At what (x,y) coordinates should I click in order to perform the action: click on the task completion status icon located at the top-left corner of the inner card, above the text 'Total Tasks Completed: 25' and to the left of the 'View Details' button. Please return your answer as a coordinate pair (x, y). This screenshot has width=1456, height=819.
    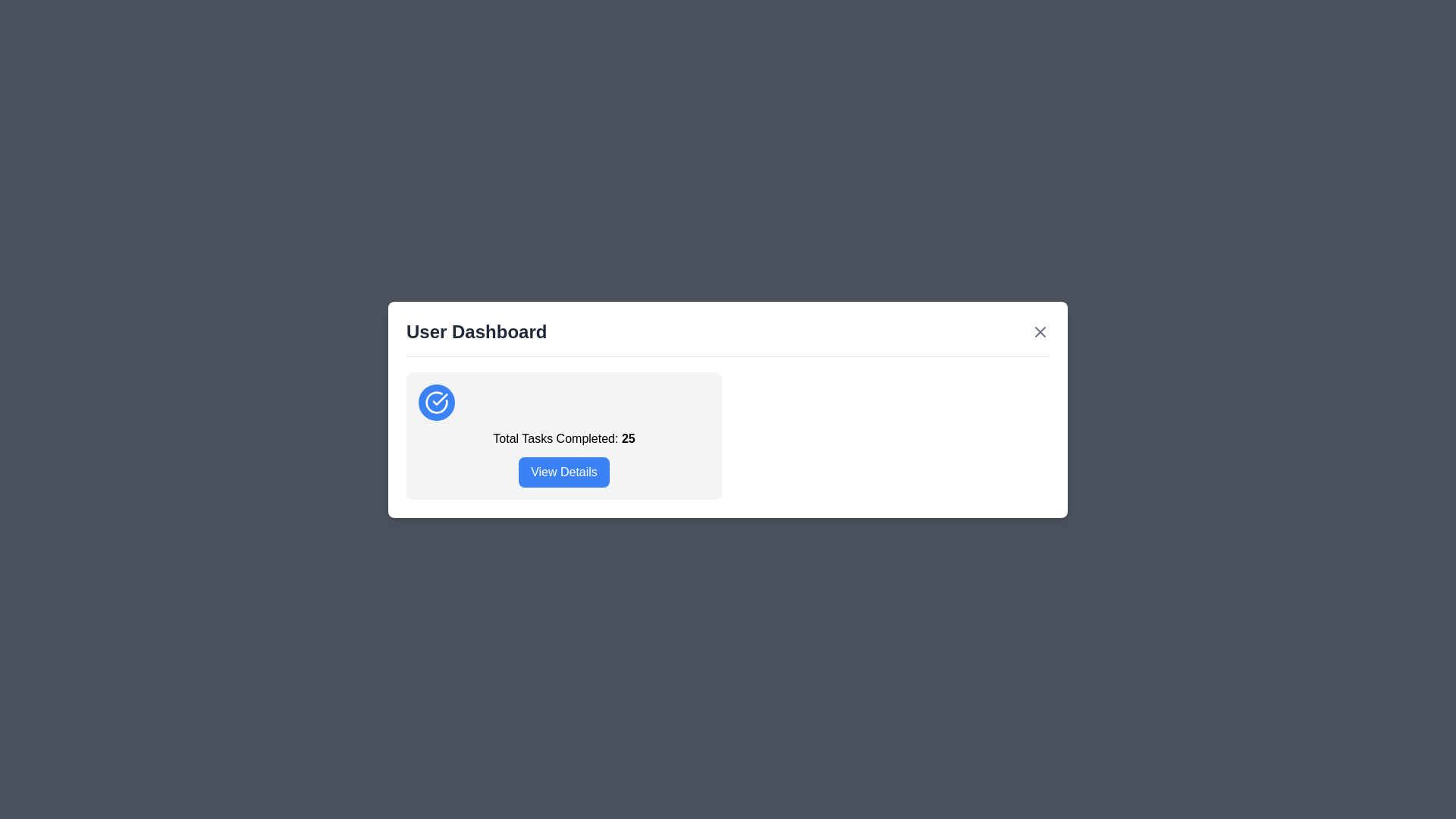
    Looking at the image, I should click on (436, 400).